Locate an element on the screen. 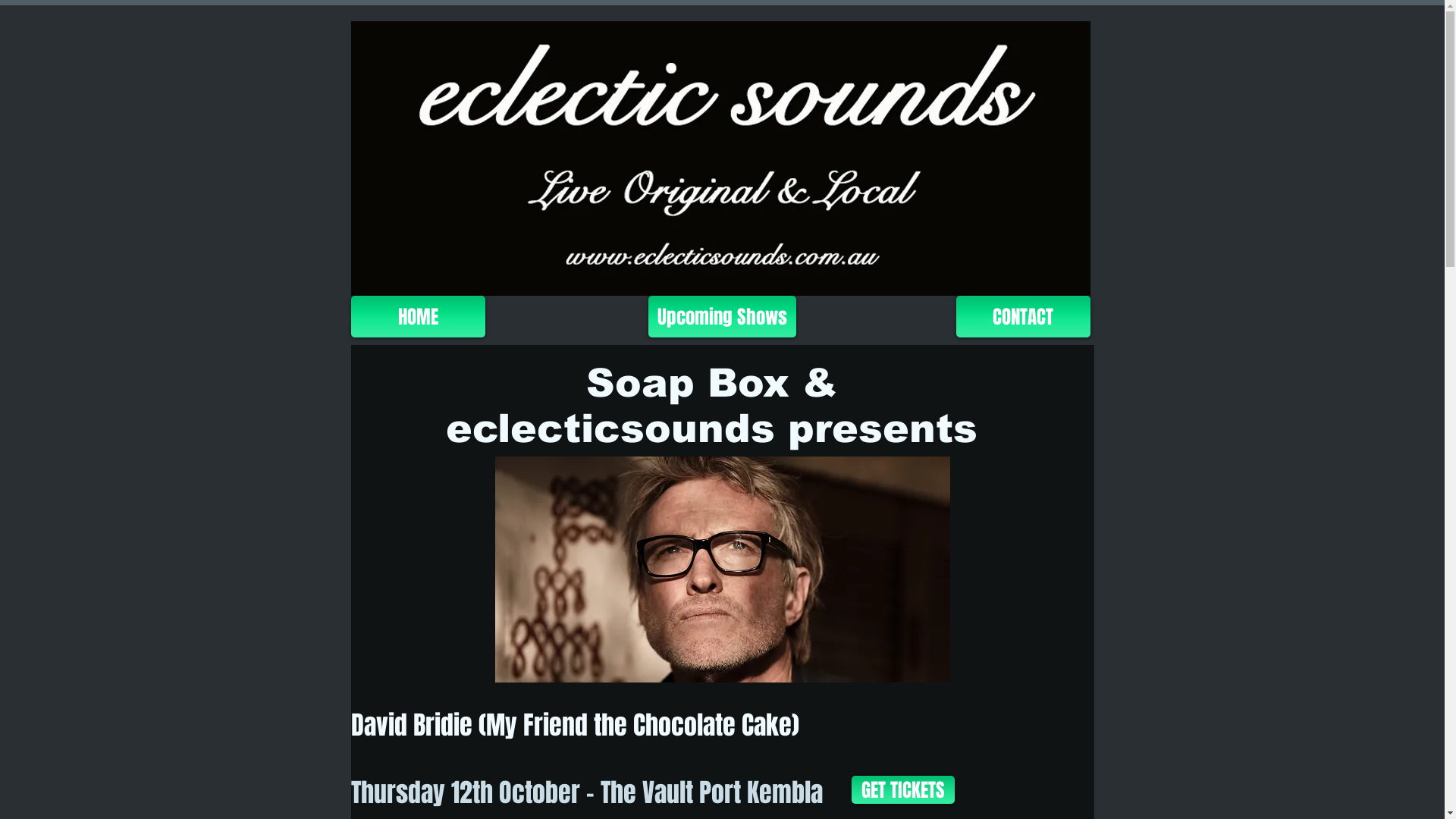 This screenshot has height=819, width=1456. 'Upcoming Shows' is located at coordinates (648, 315).